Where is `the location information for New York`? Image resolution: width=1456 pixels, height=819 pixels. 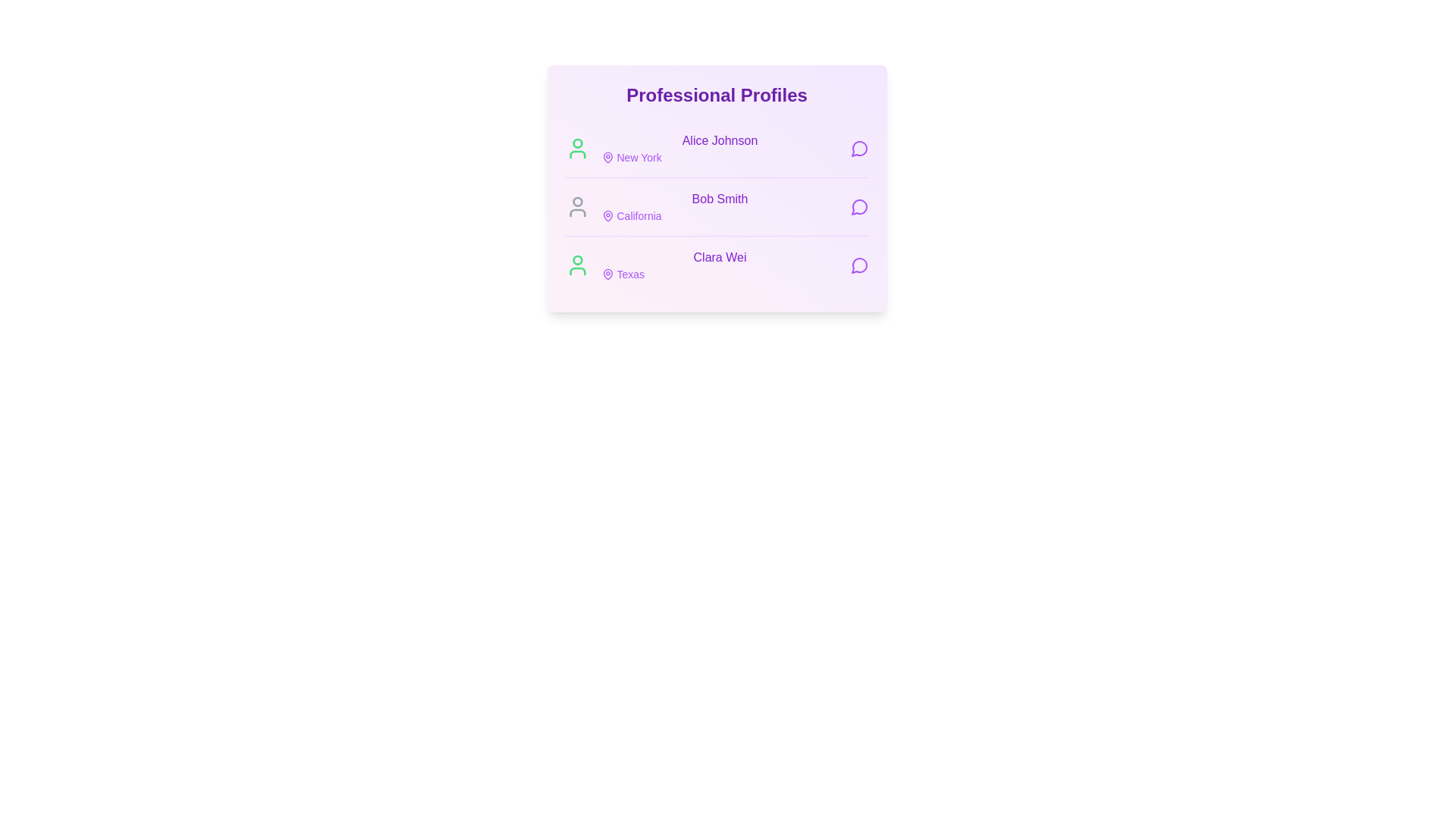 the location information for New York is located at coordinates (607, 158).